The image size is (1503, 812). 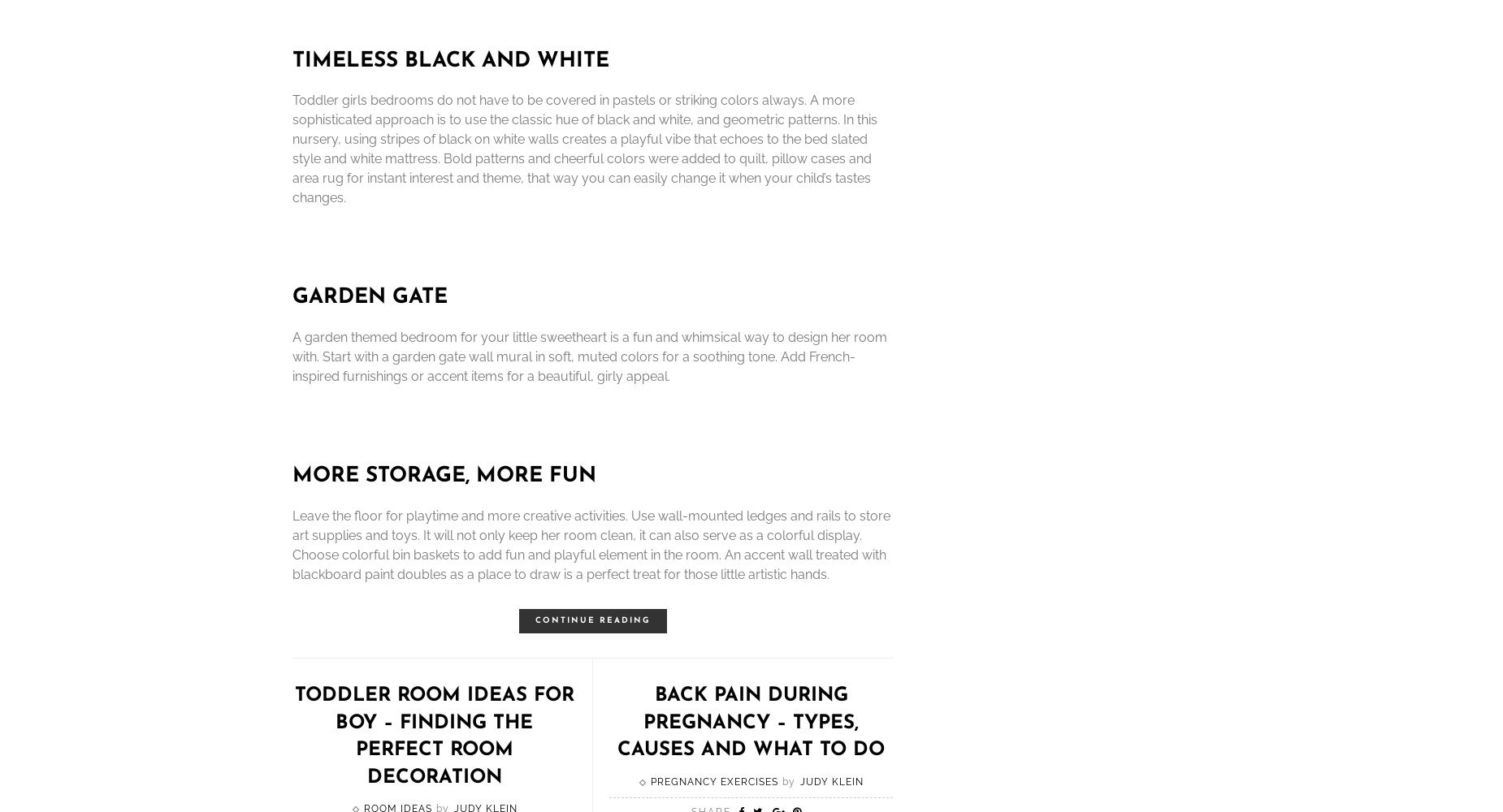 What do you see at coordinates (369, 296) in the screenshot?
I see `'Garden Gate'` at bounding box center [369, 296].